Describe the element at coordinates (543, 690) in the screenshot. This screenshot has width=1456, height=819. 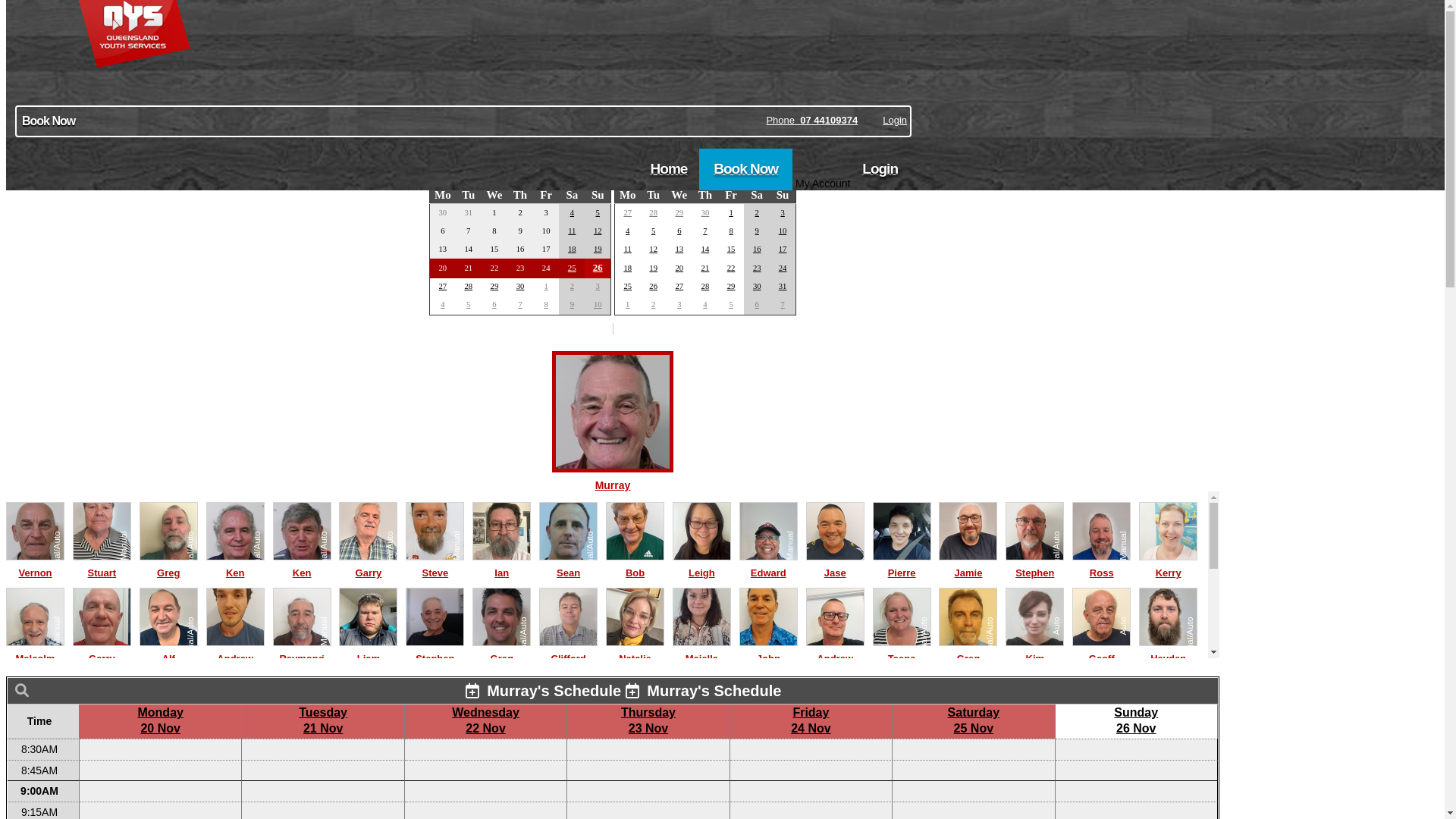
I see `'Murray's Schedule'` at that location.